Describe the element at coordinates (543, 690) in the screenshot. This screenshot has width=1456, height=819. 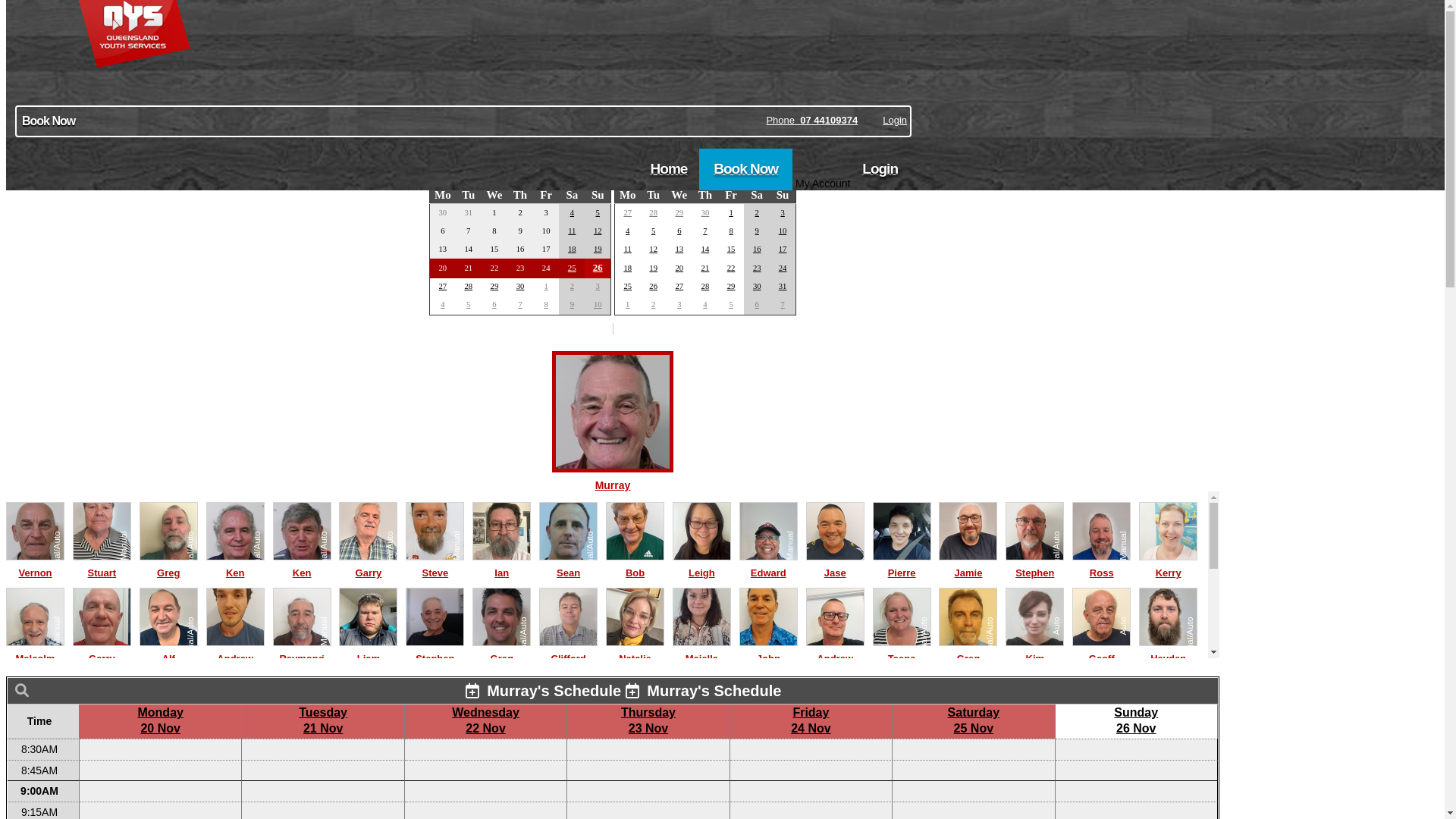
I see `'Murray's Schedule'` at that location.